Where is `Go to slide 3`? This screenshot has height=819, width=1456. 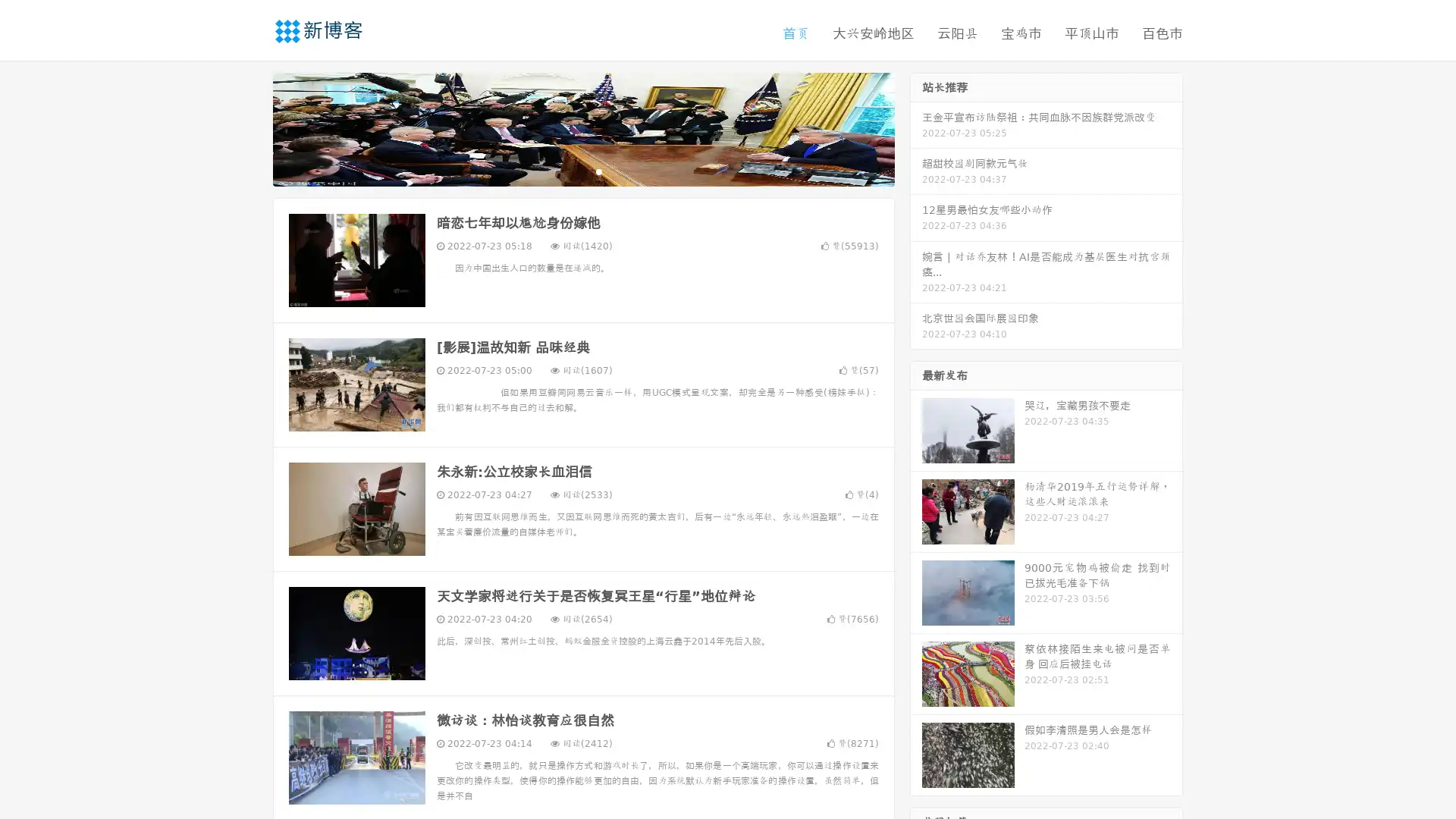 Go to slide 3 is located at coordinates (598, 171).